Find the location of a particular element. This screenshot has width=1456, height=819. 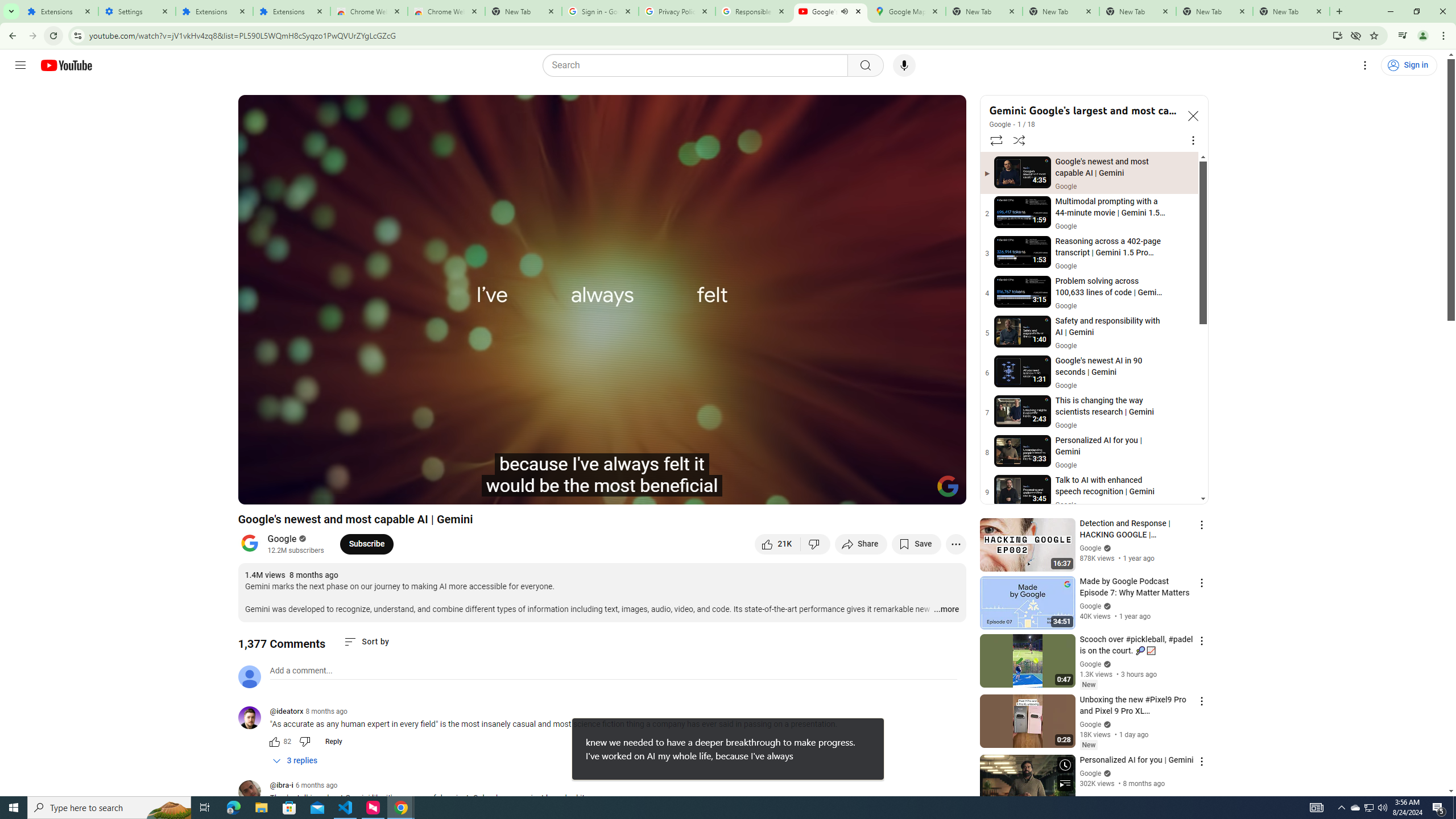

'Full screen (f)' is located at coordinates (945, 490).